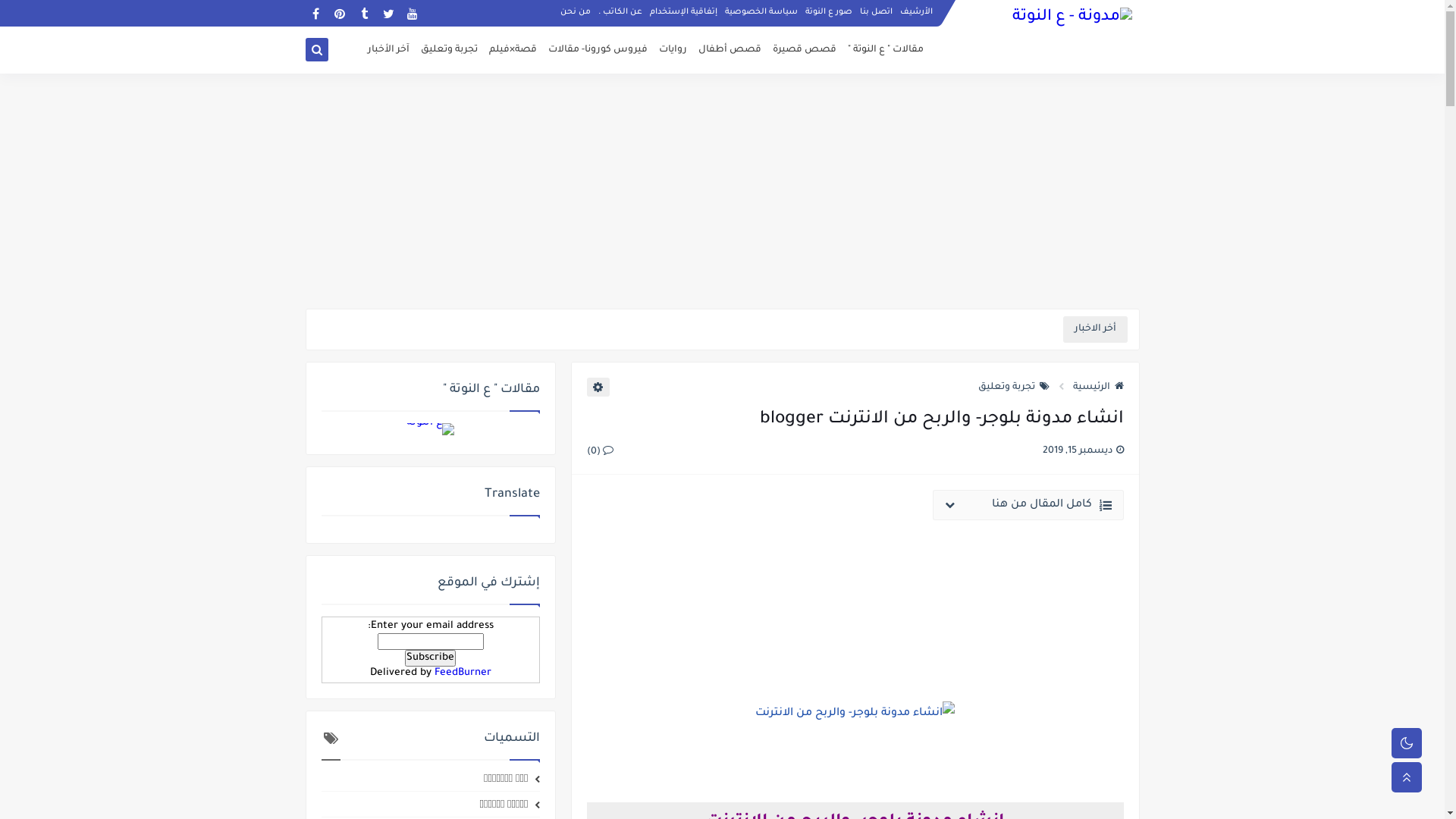 The image size is (1456, 819). I want to click on 'Advertisement', so click(720, 190).